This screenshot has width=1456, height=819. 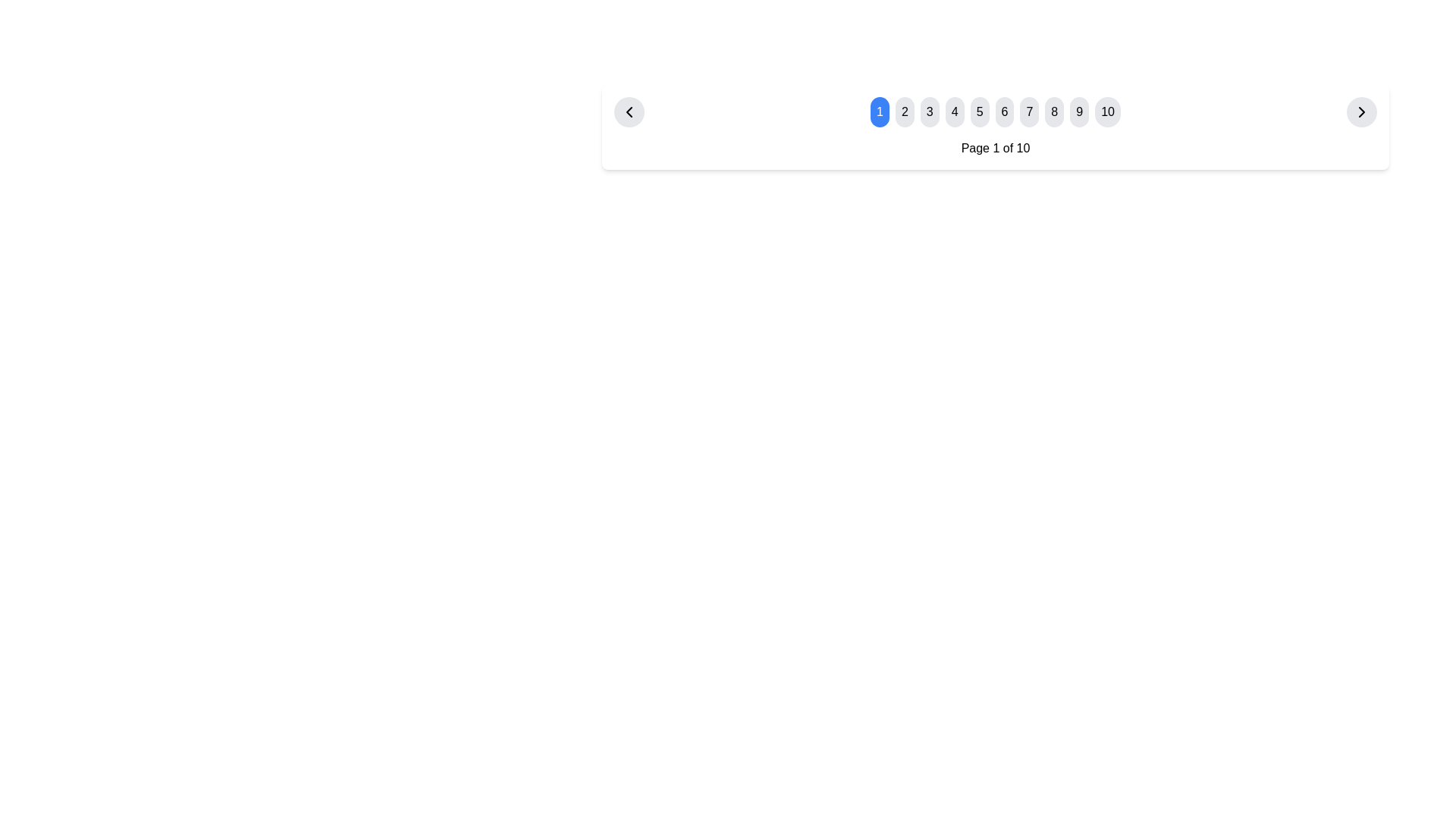 I want to click on the circular blue button with white text '1', so click(x=880, y=111).